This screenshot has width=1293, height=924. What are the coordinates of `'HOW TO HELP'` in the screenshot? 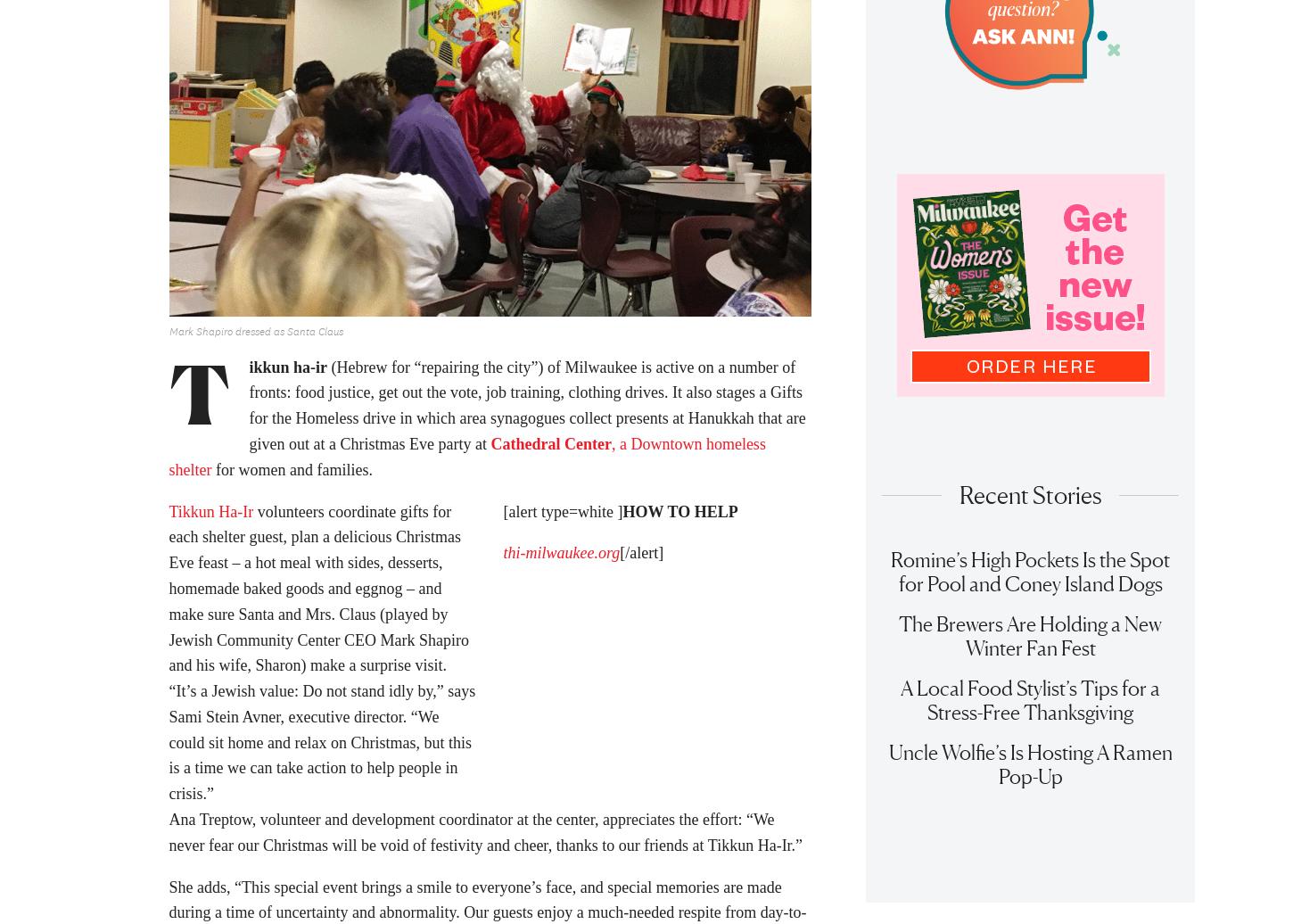 It's located at (679, 516).